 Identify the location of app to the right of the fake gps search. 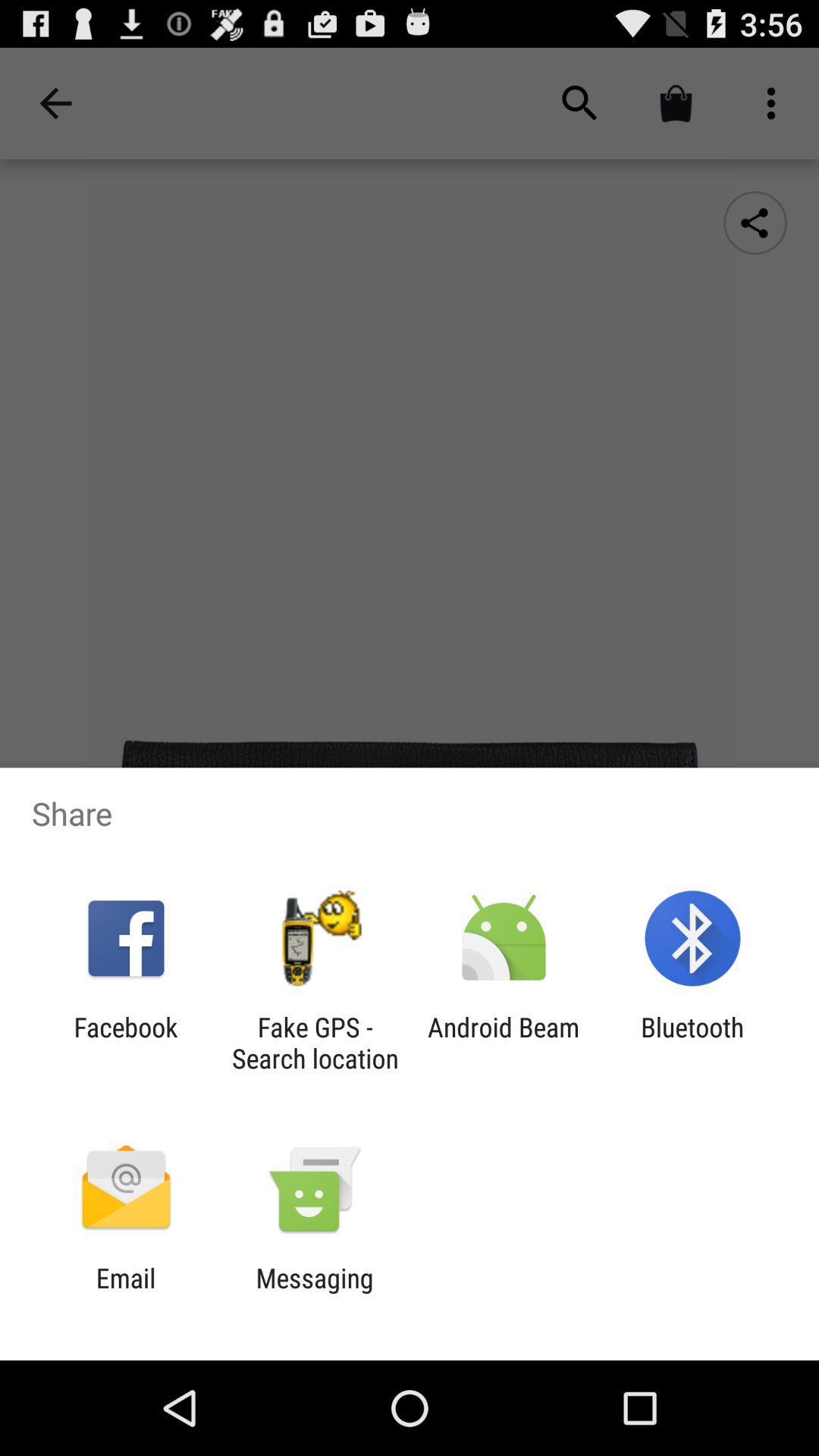
(504, 1042).